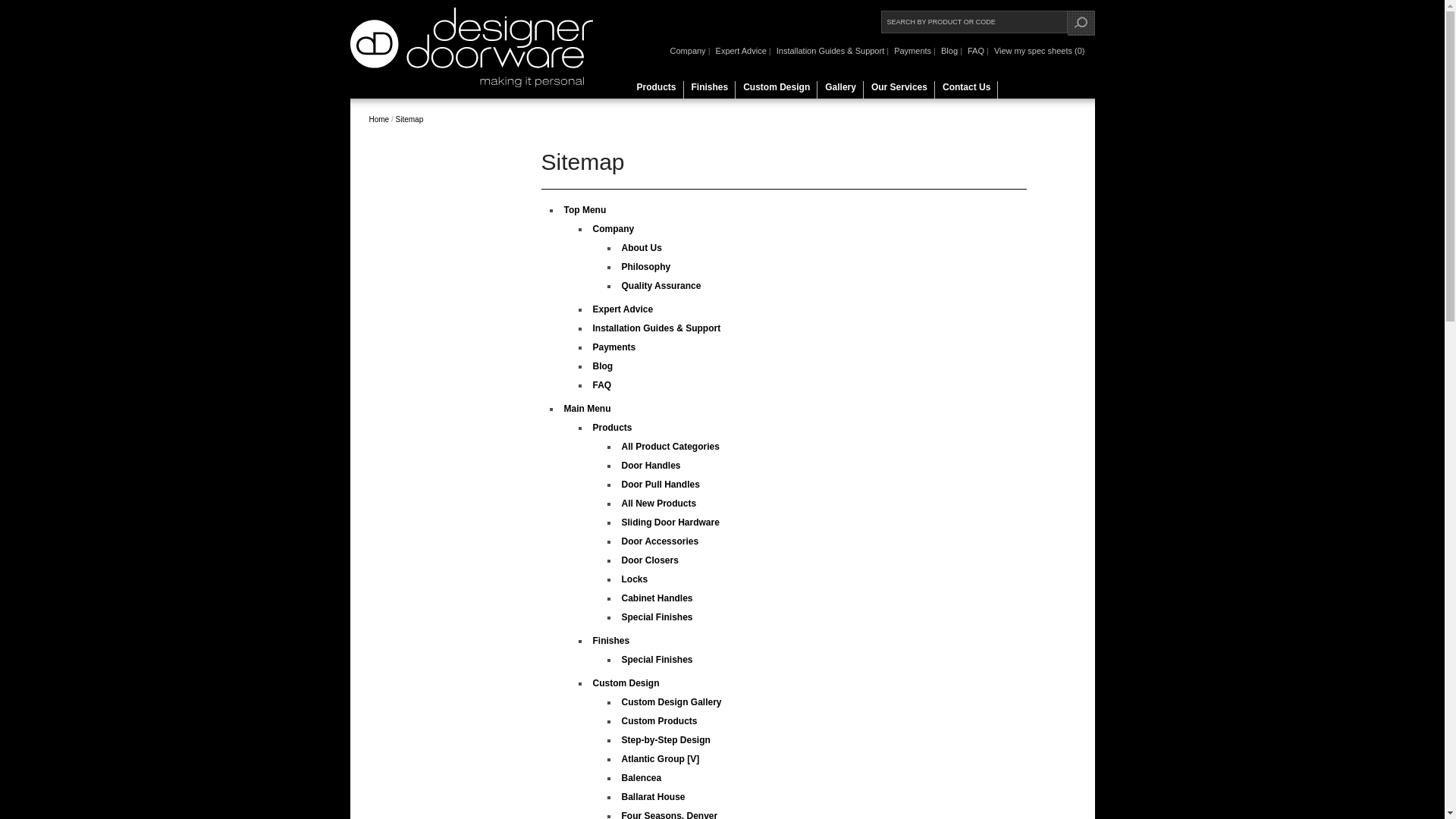 Image resolution: width=1456 pixels, height=819 pixels. What do you see at coordinates (635, 579) in the screenshot?
I see `'Locks'` at bounding box center [635, 579].